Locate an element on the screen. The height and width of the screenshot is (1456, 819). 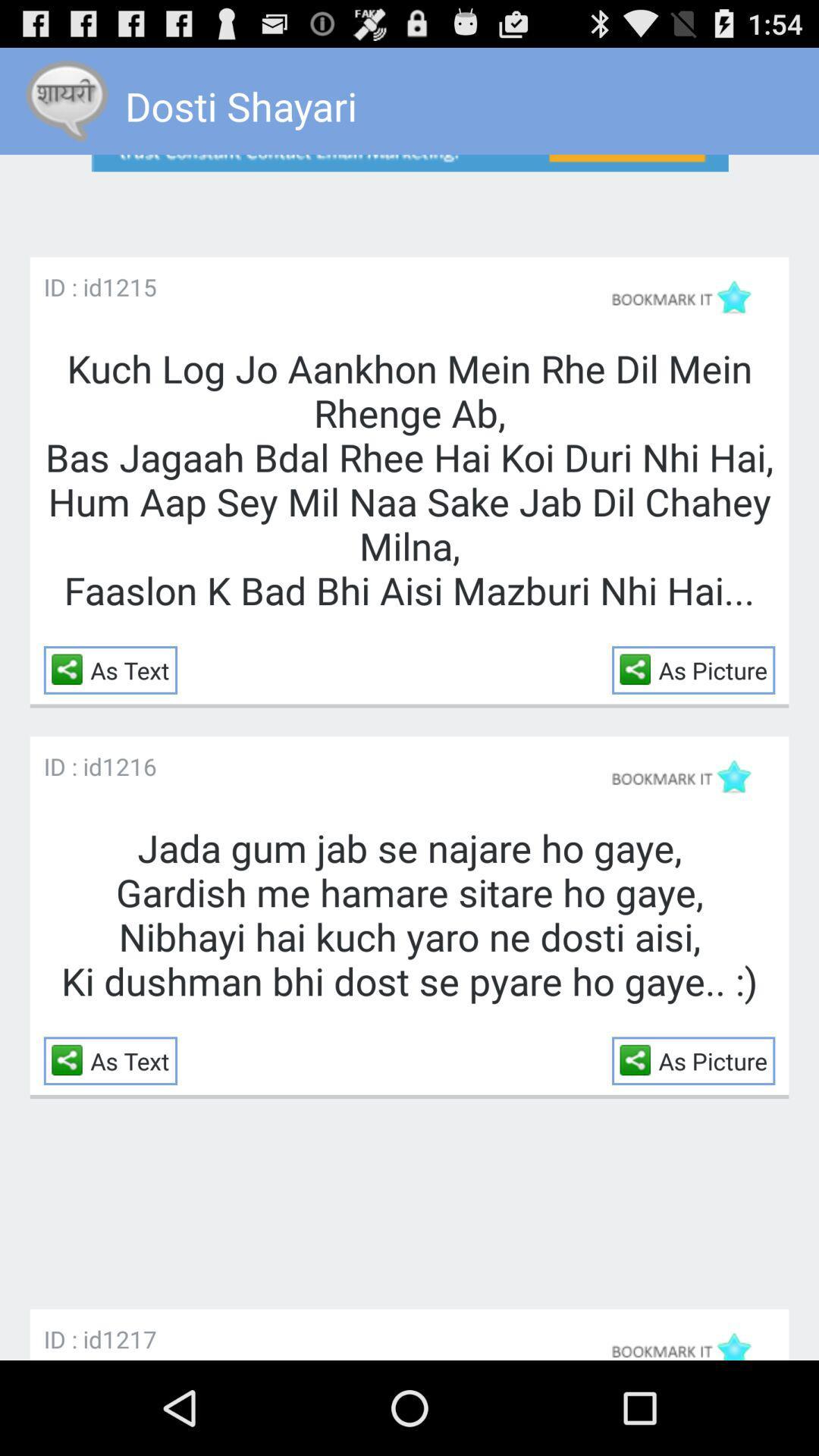
the icon above the id : id item is located at coordinates (409, 192).